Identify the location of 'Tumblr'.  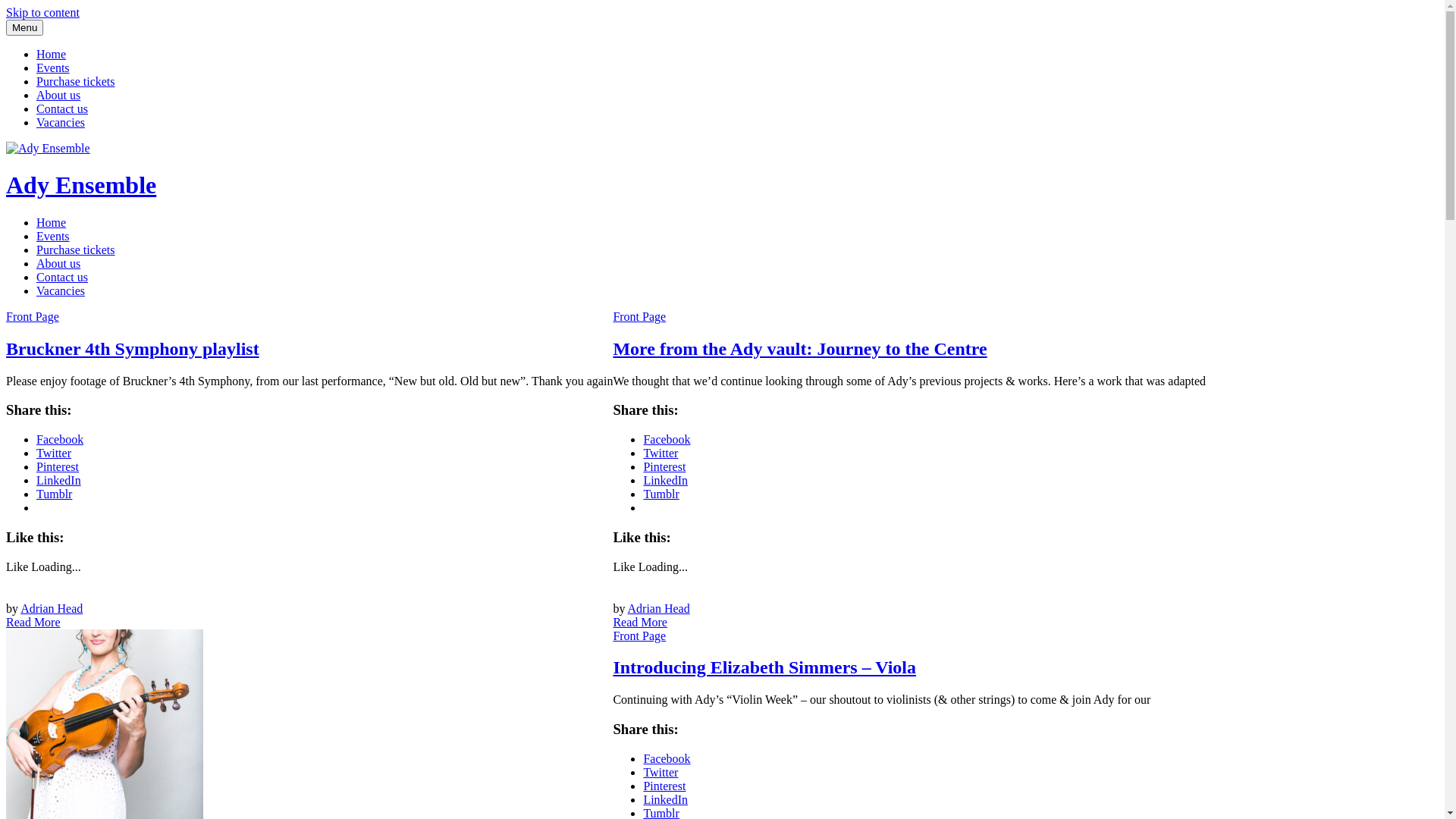
(661, 494).